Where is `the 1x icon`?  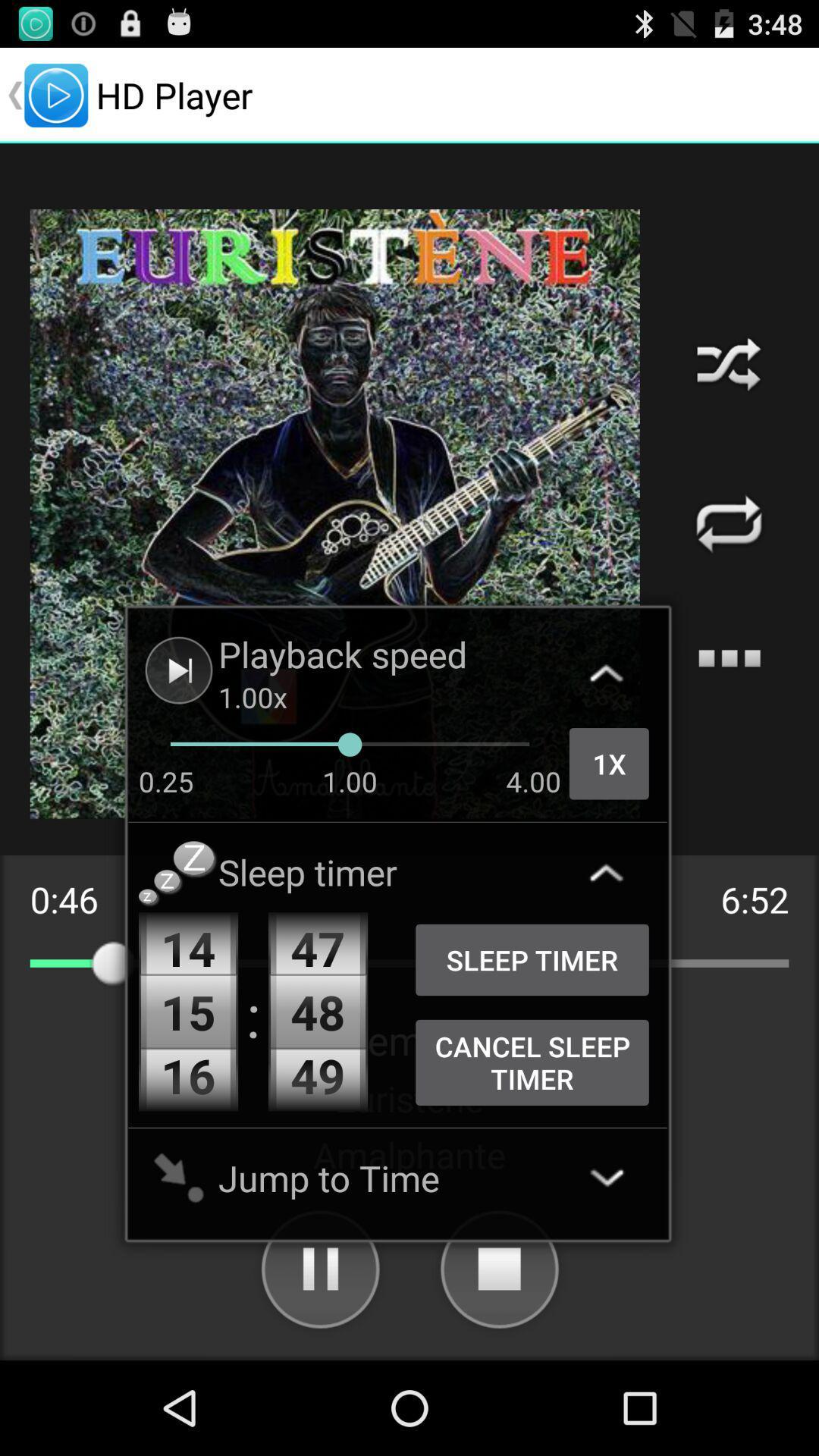 the 1x icon is located at coordinates (608, 764).